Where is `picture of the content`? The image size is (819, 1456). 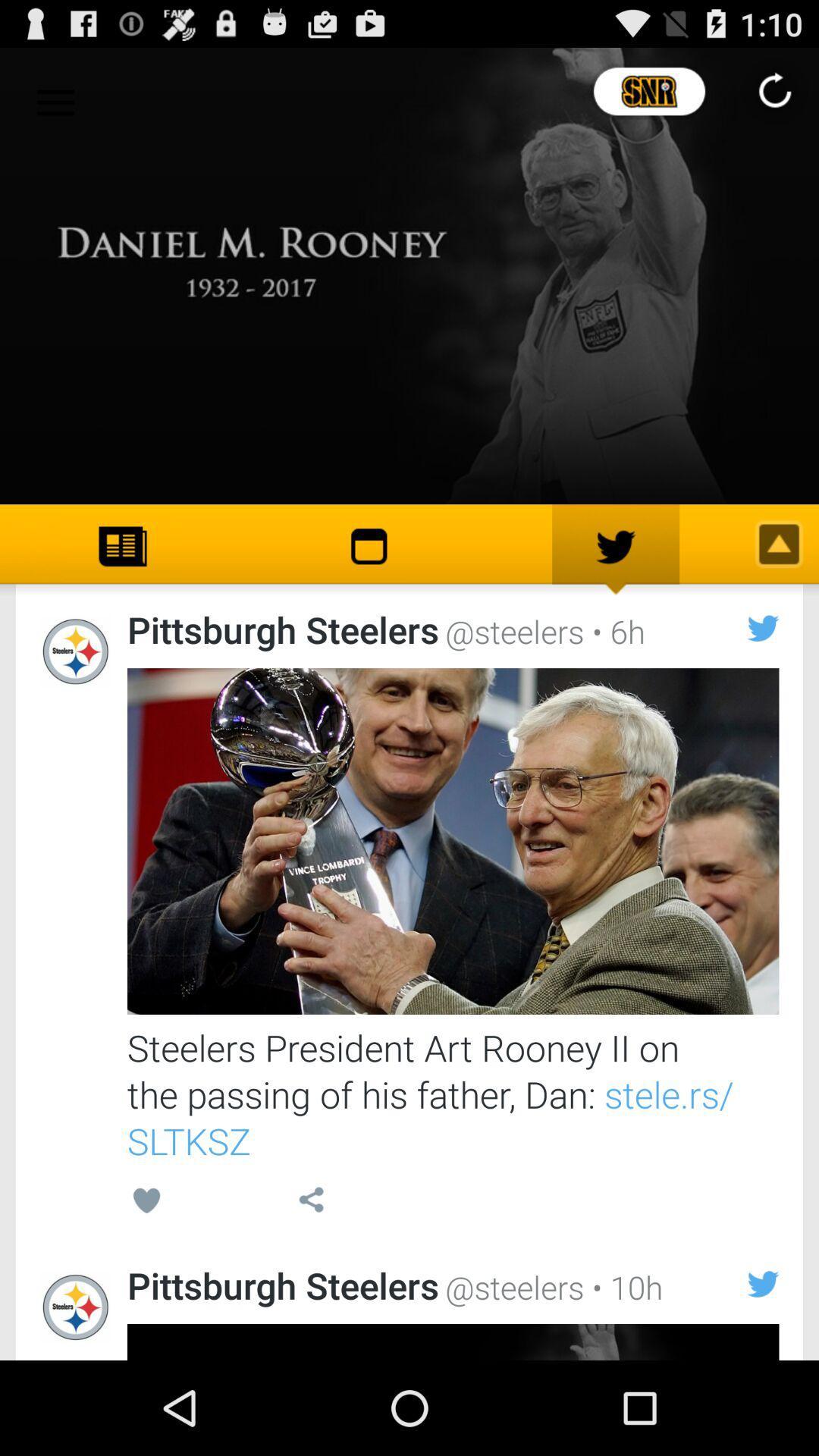 picture of the content is located at coordinates (452, 840).